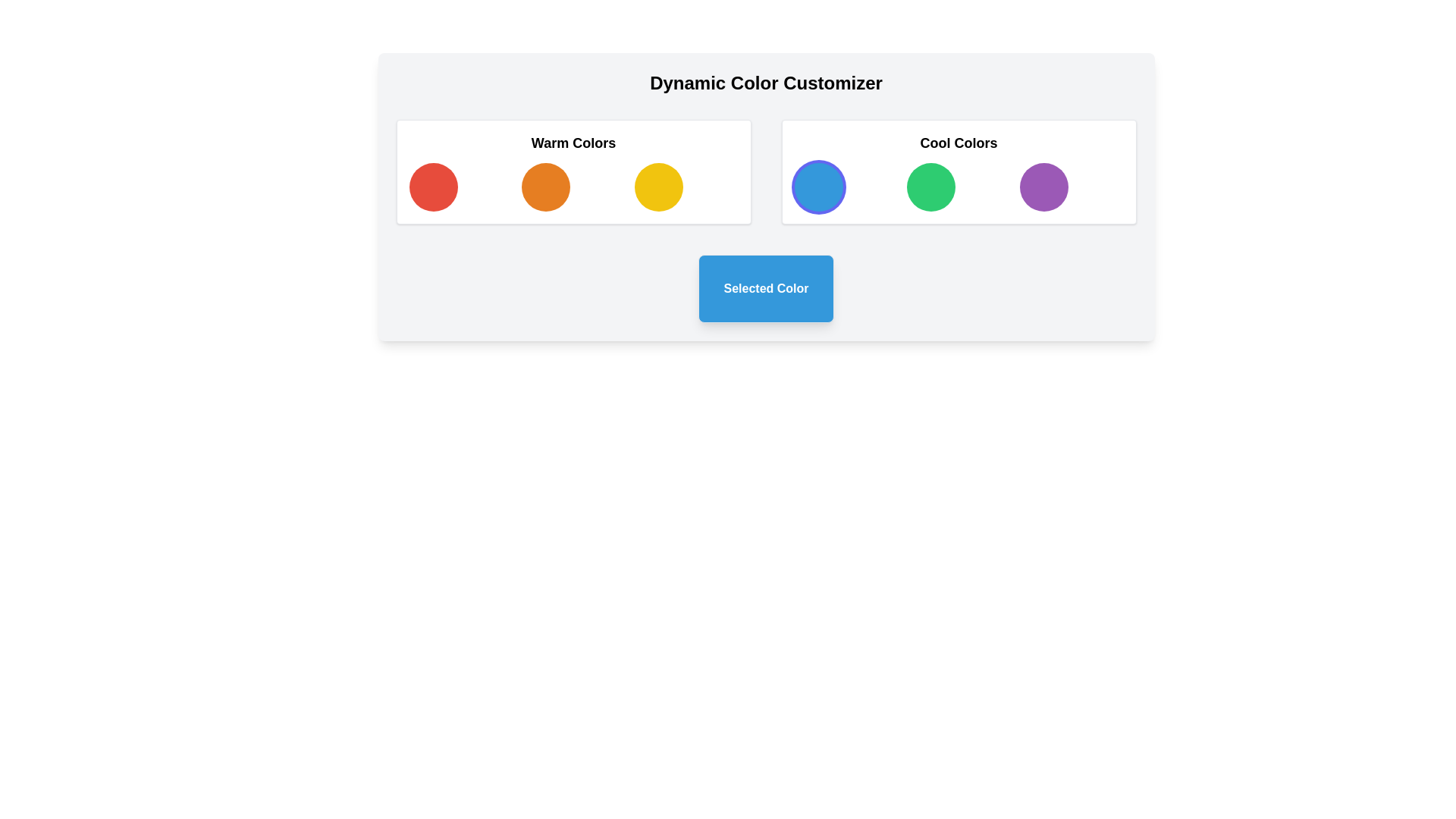 Image resolution: width=1456 pixels, height=819 pixels. What do you see at coordinates (766, 289) in the screenshot?
I see `the Display Box that shows the currently selected color, labeled 'Selected Color', located centrally at the bottom of the interface` at bounding box center [766, 289].